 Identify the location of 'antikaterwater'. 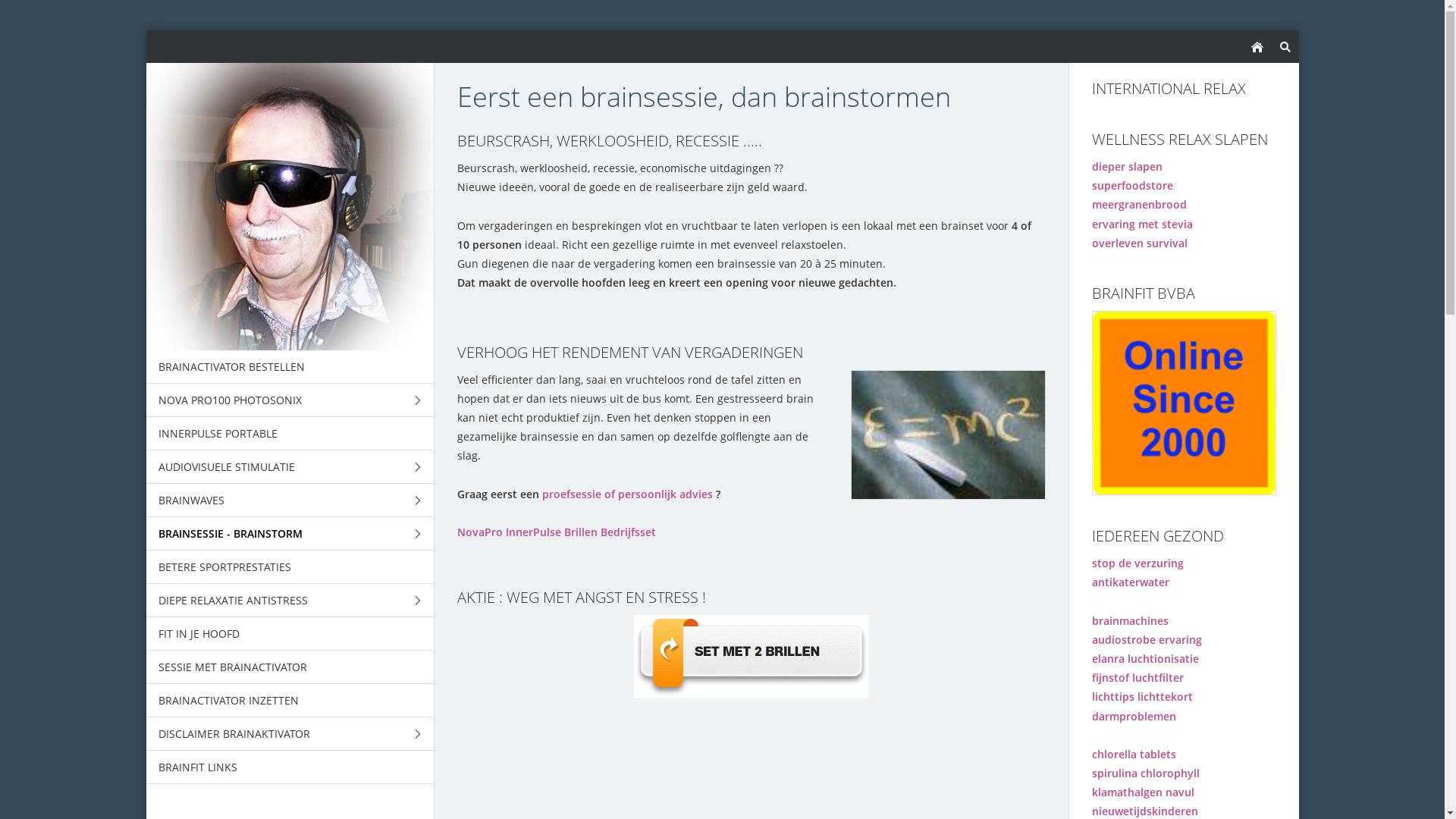
(1092, 581).